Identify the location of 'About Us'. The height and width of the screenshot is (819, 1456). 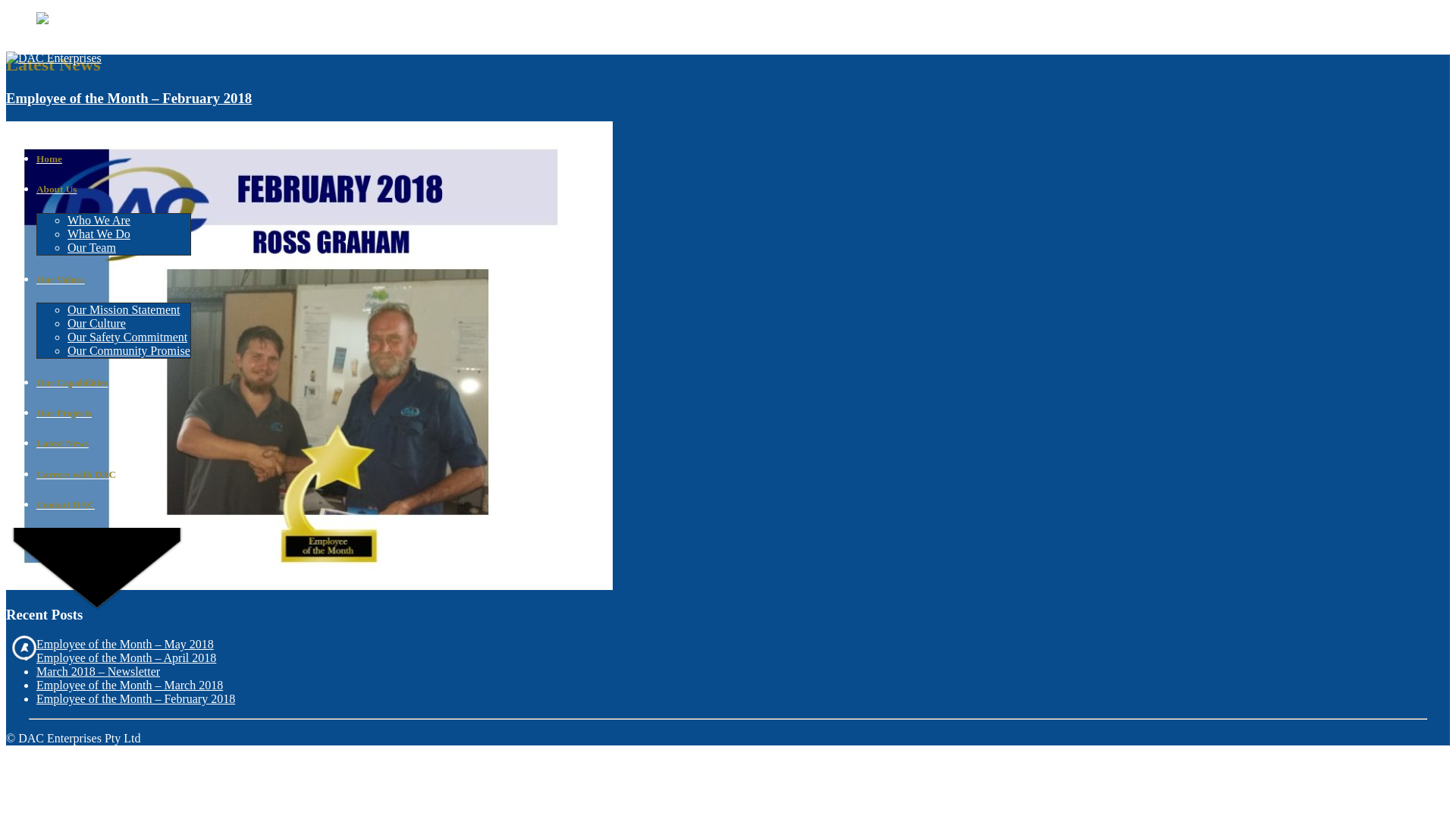
(112, 189).